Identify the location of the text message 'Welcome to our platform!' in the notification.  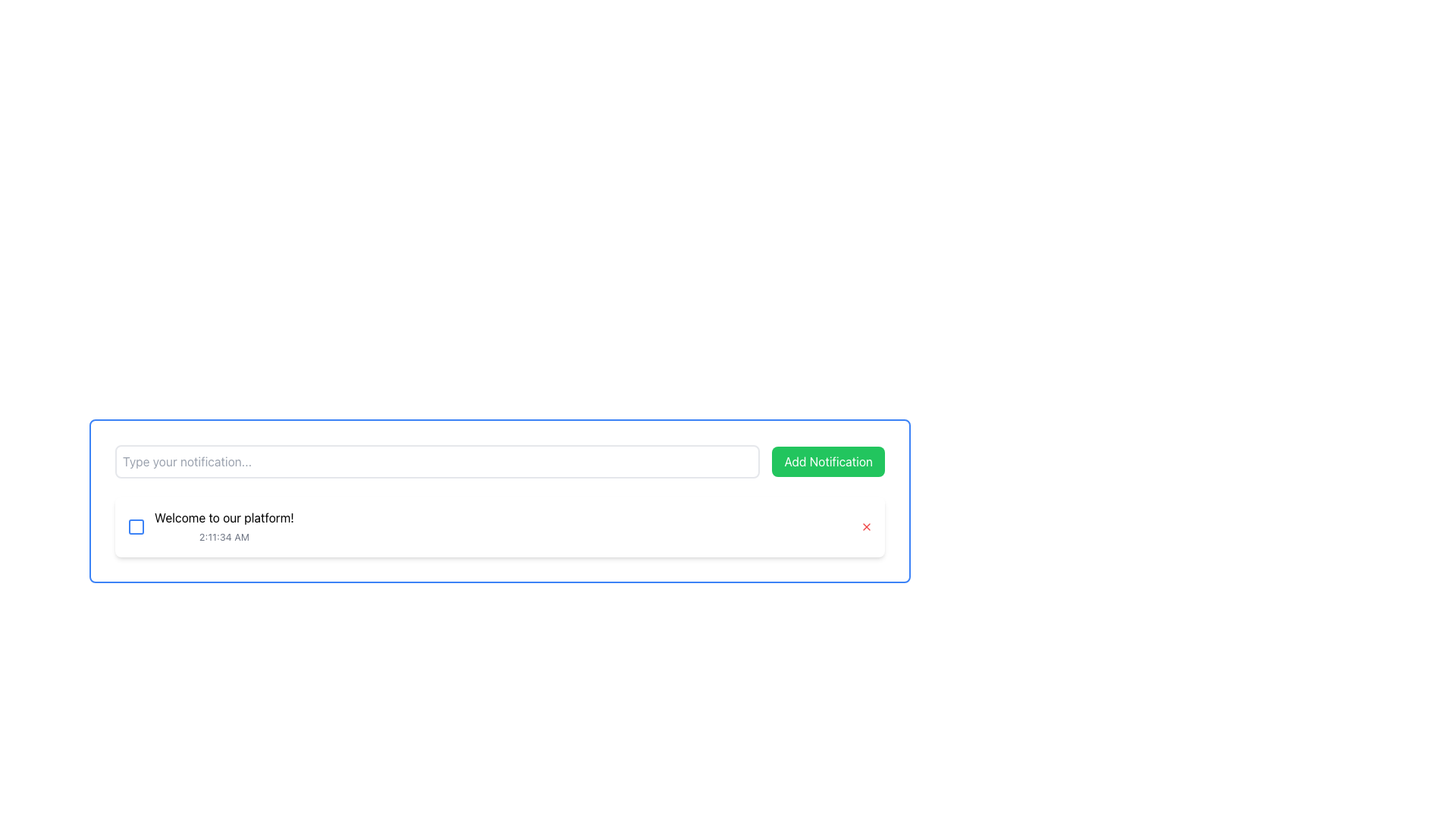
(210, 526).